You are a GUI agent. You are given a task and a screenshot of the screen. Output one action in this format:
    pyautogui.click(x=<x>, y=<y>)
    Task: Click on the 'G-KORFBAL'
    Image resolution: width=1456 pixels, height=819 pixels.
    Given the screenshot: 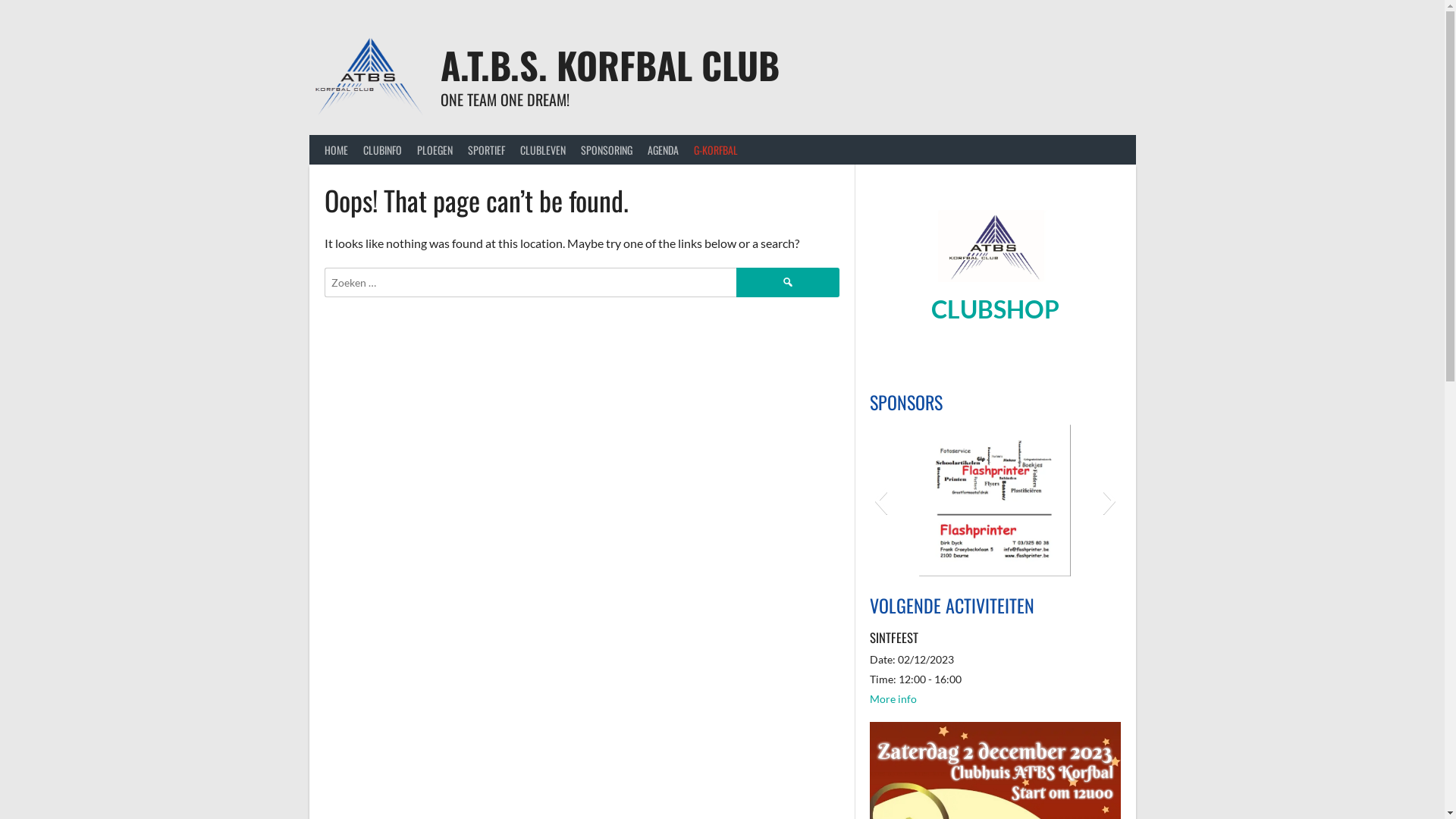 What is the action you would take?
    pyautogui.click(x=714, y=149)
    